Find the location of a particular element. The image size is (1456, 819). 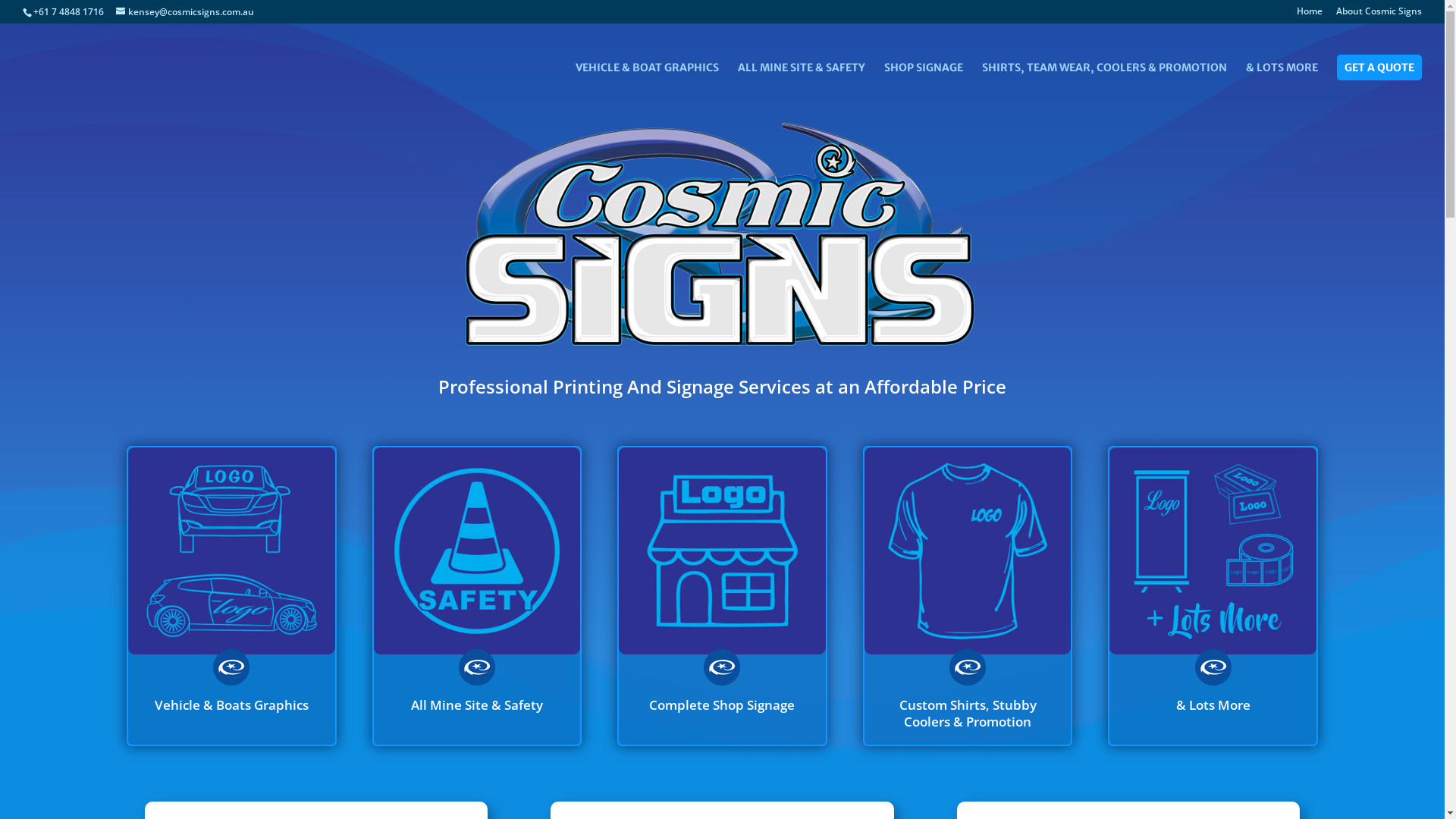

'SHOP SIGNAGE' is located at coordinates (923, 75).